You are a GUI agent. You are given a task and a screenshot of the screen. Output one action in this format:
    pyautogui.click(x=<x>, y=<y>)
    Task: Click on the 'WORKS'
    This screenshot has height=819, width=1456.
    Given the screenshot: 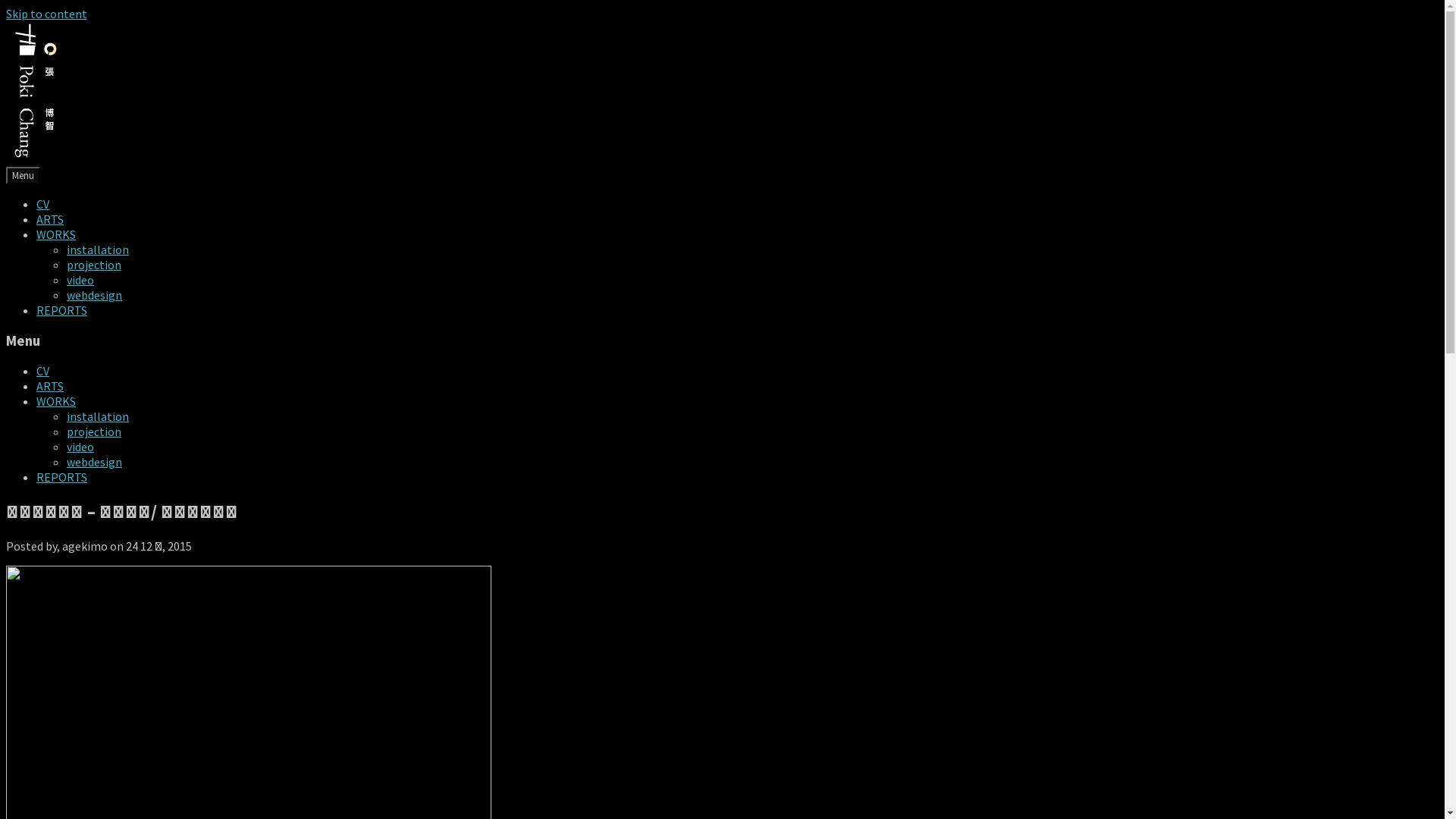 What is the action you would take?
    pyautogui.click(x=55, y=234)
    